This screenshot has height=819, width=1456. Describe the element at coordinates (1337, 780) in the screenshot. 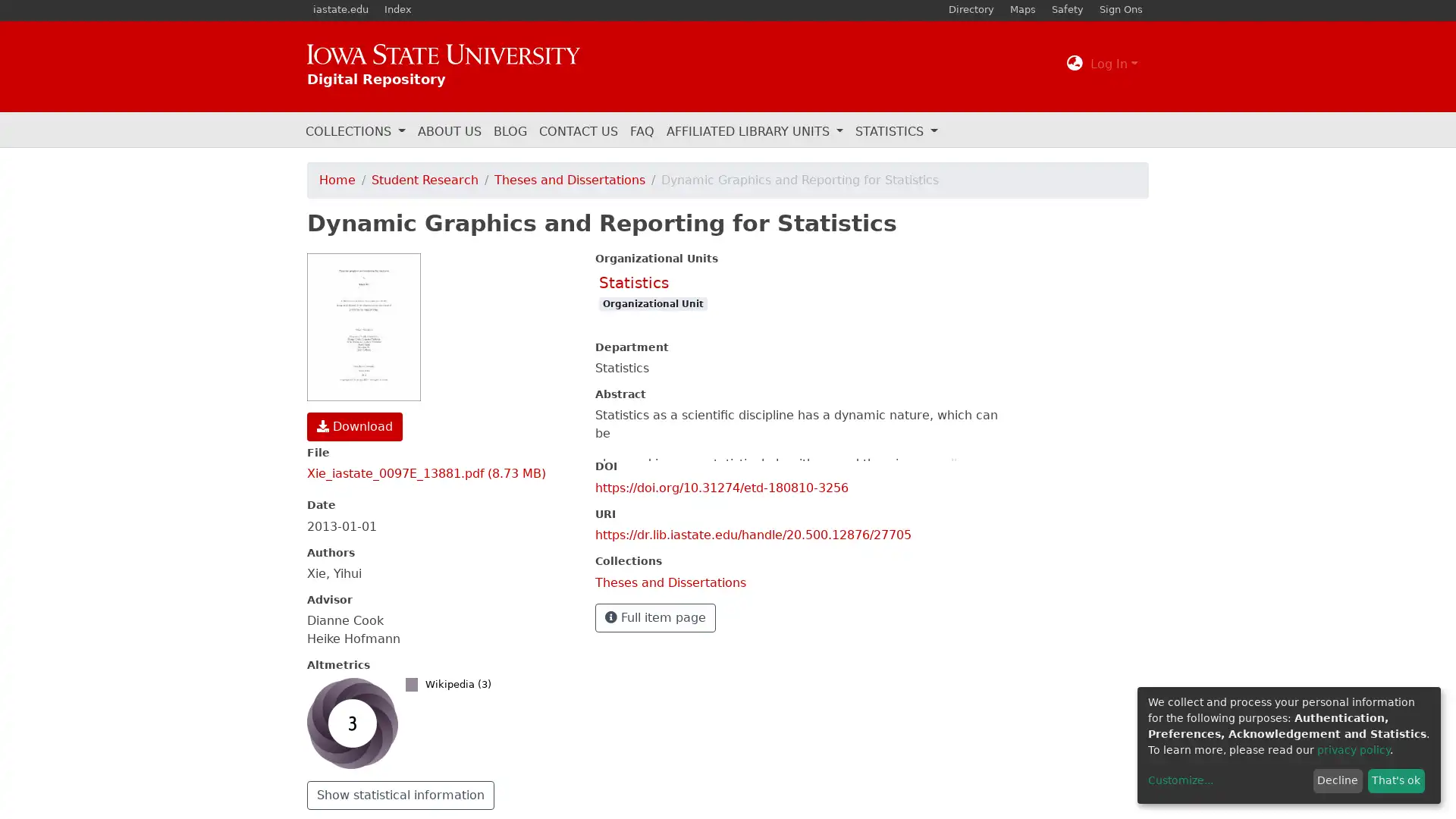

I see `Decline` at that location.